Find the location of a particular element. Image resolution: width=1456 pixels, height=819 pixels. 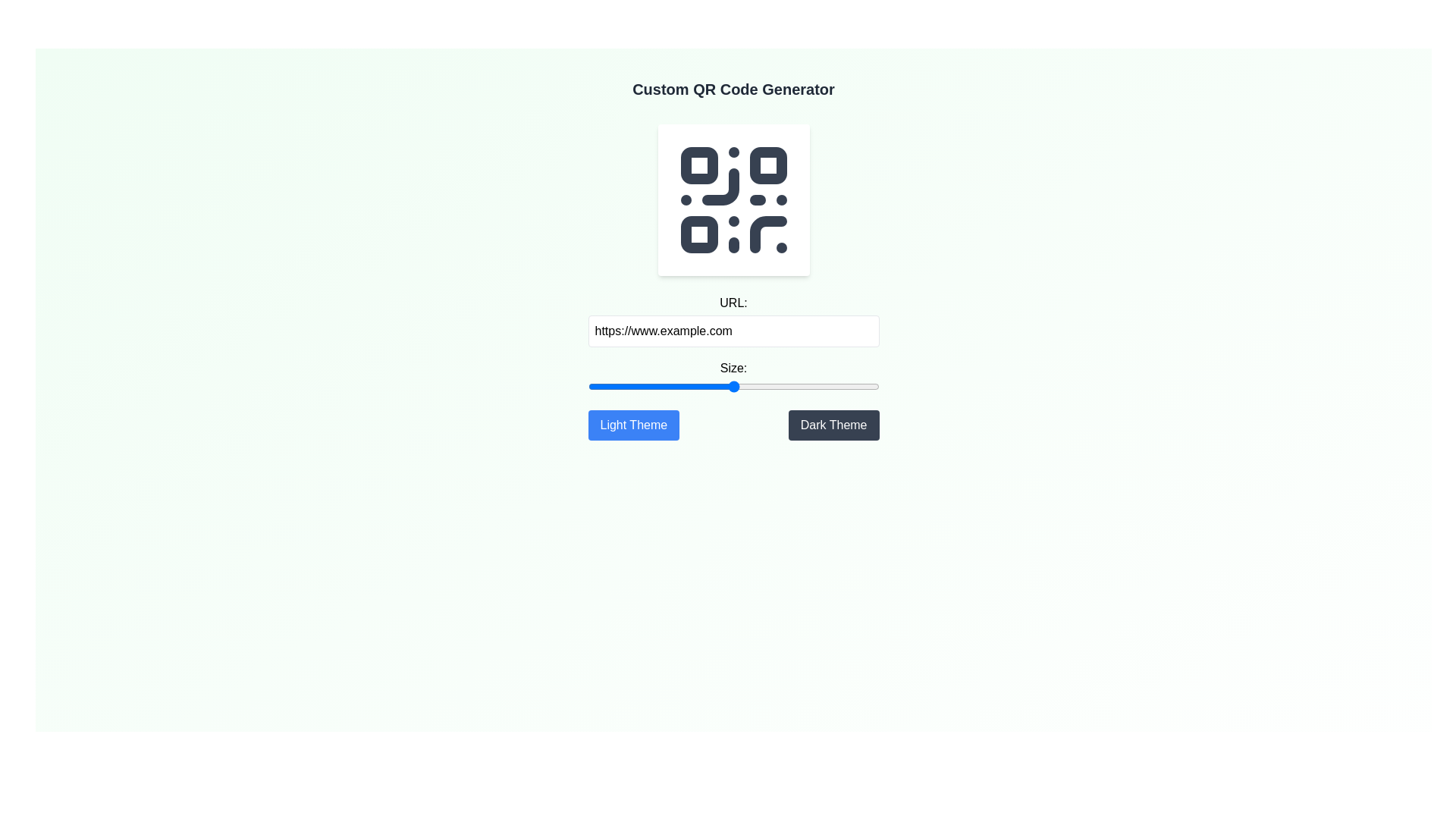

the slider is located at coordinates (804, 385).